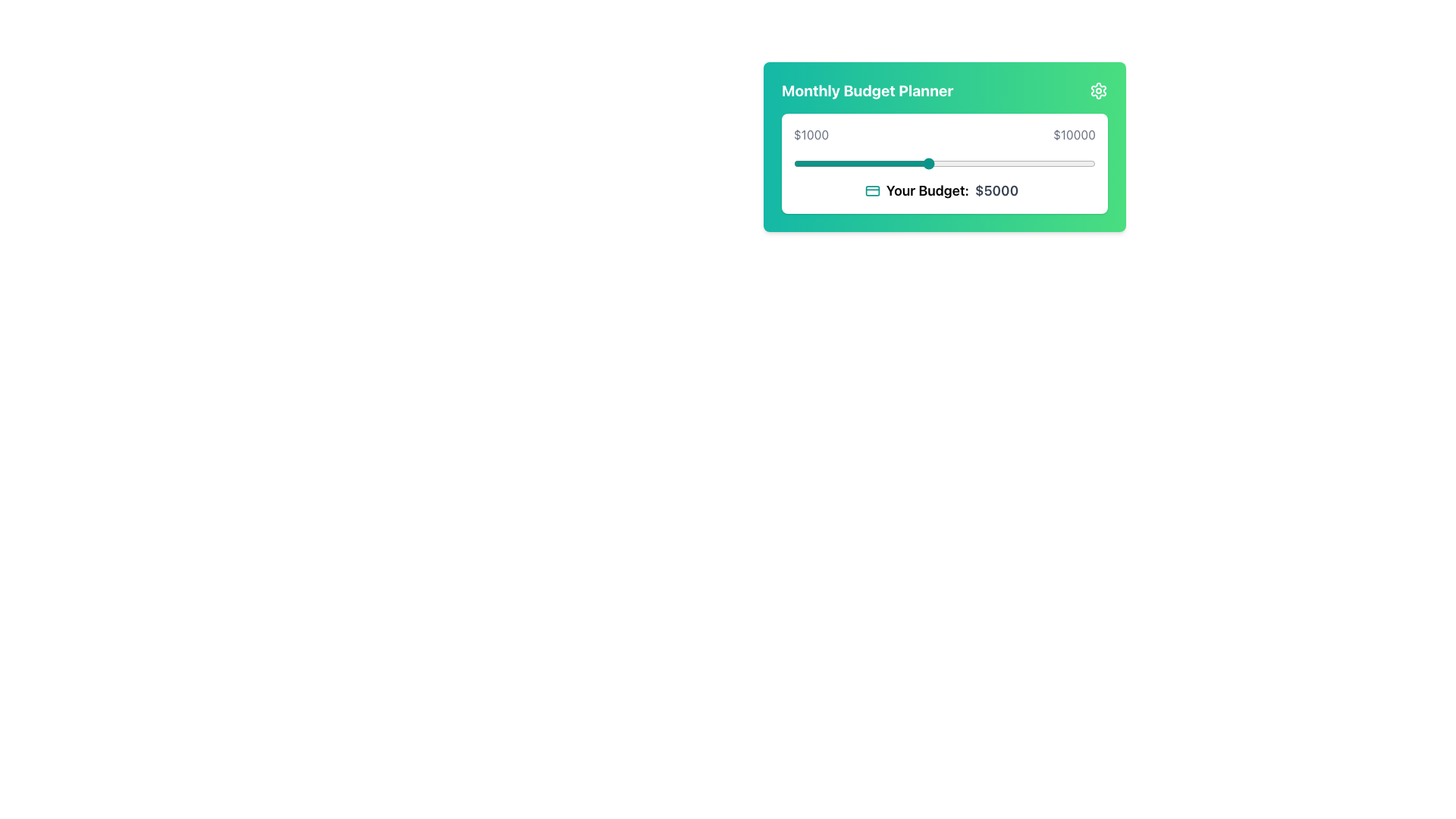 This screenshot has width=1456, height=819. Describe the element at coordinates (1073, 133) in the screenshot. I see `the bold gray text label displaying the monetary value '$10000', which is aligned to the far right of the budget planner interface with a gradient green background` at that location.